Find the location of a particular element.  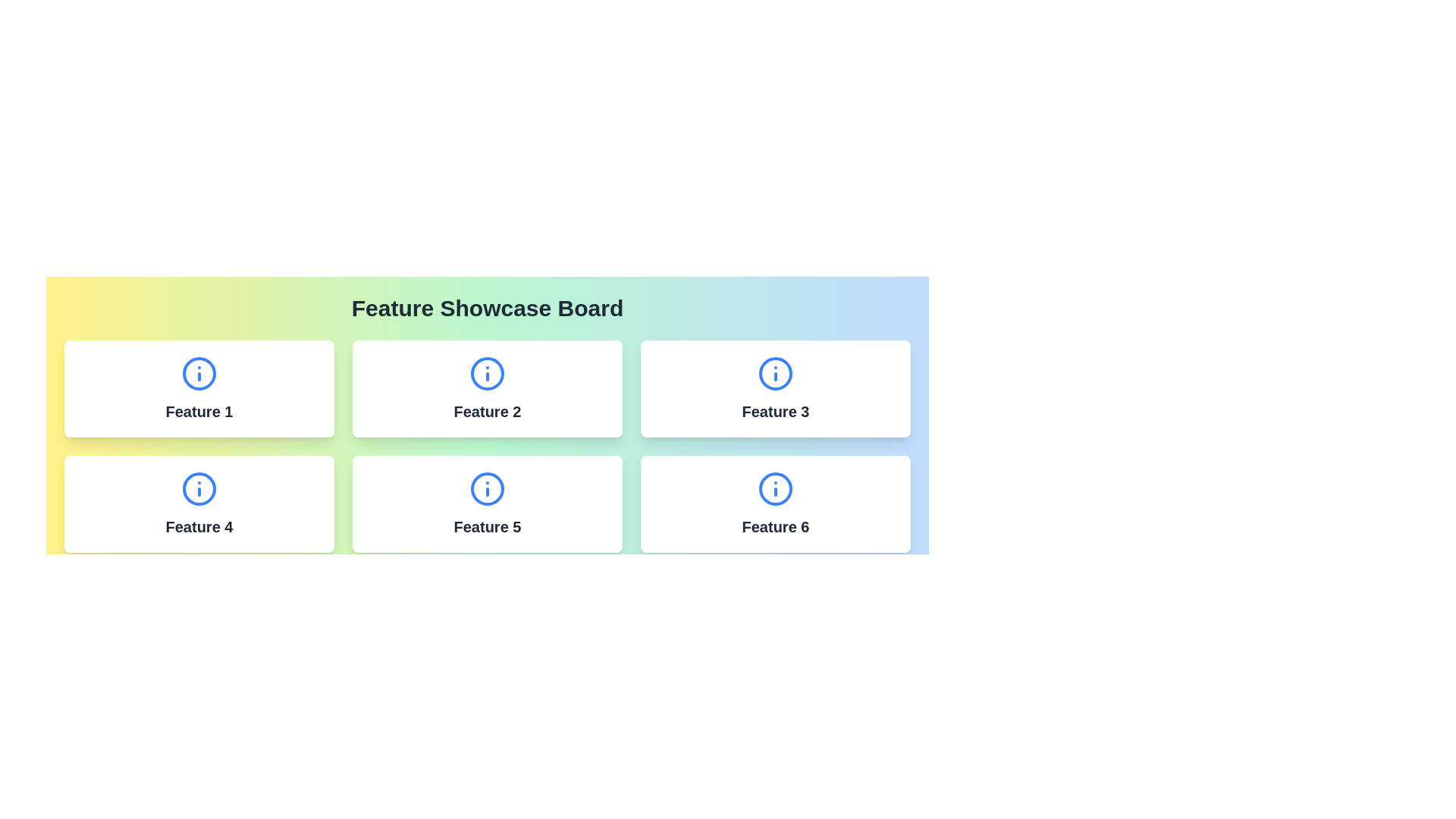

text label located at the top center of the interface, which serves as the title or header for the section is located at coordinates (488, 308).